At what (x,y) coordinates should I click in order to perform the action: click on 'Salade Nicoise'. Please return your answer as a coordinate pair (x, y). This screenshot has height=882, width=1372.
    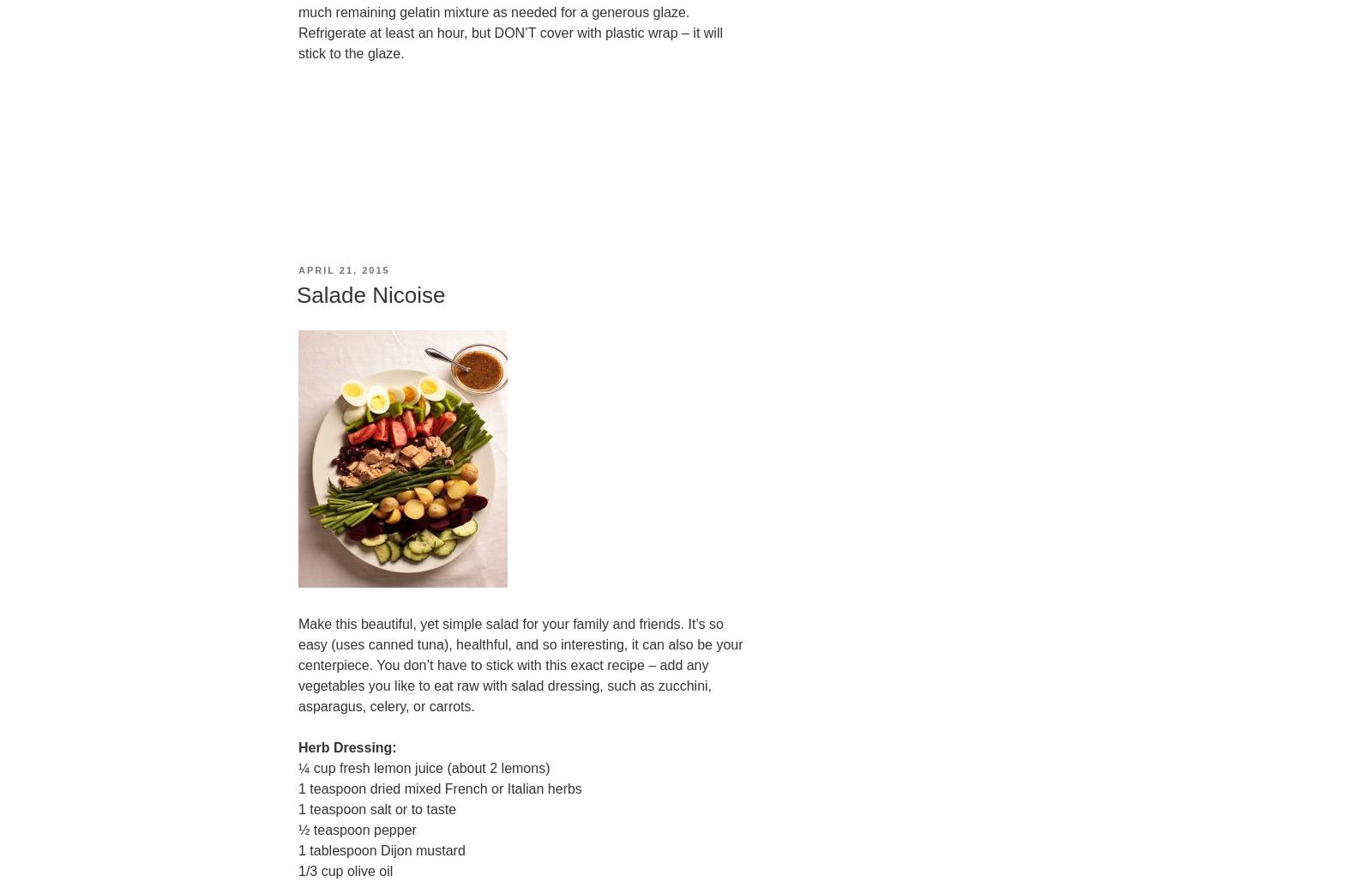
    Looking at the image, I should click on (370, 293).